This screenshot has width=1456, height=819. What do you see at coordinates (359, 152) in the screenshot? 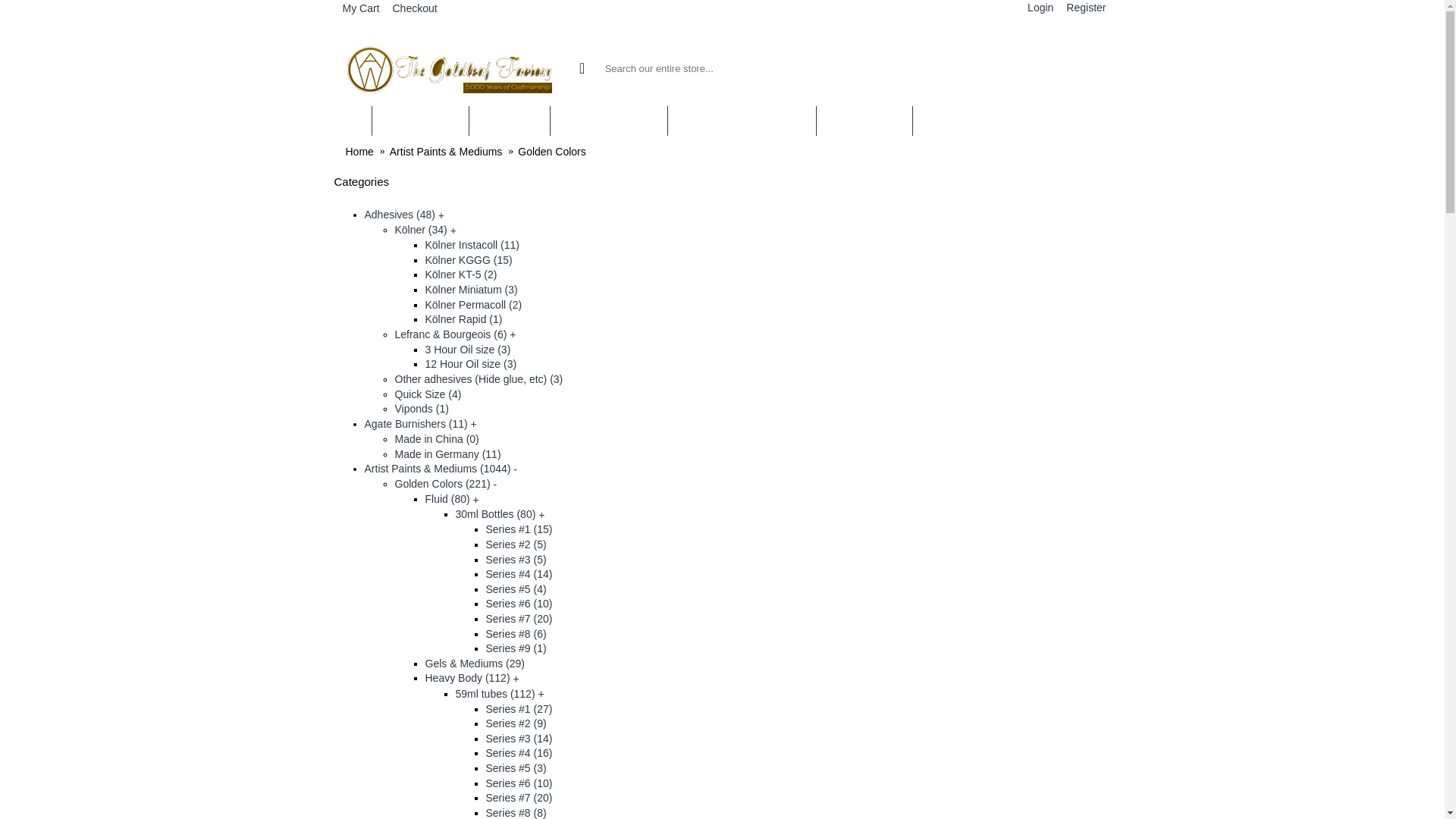
I see `'Home'` at bounding box center [359, 152].